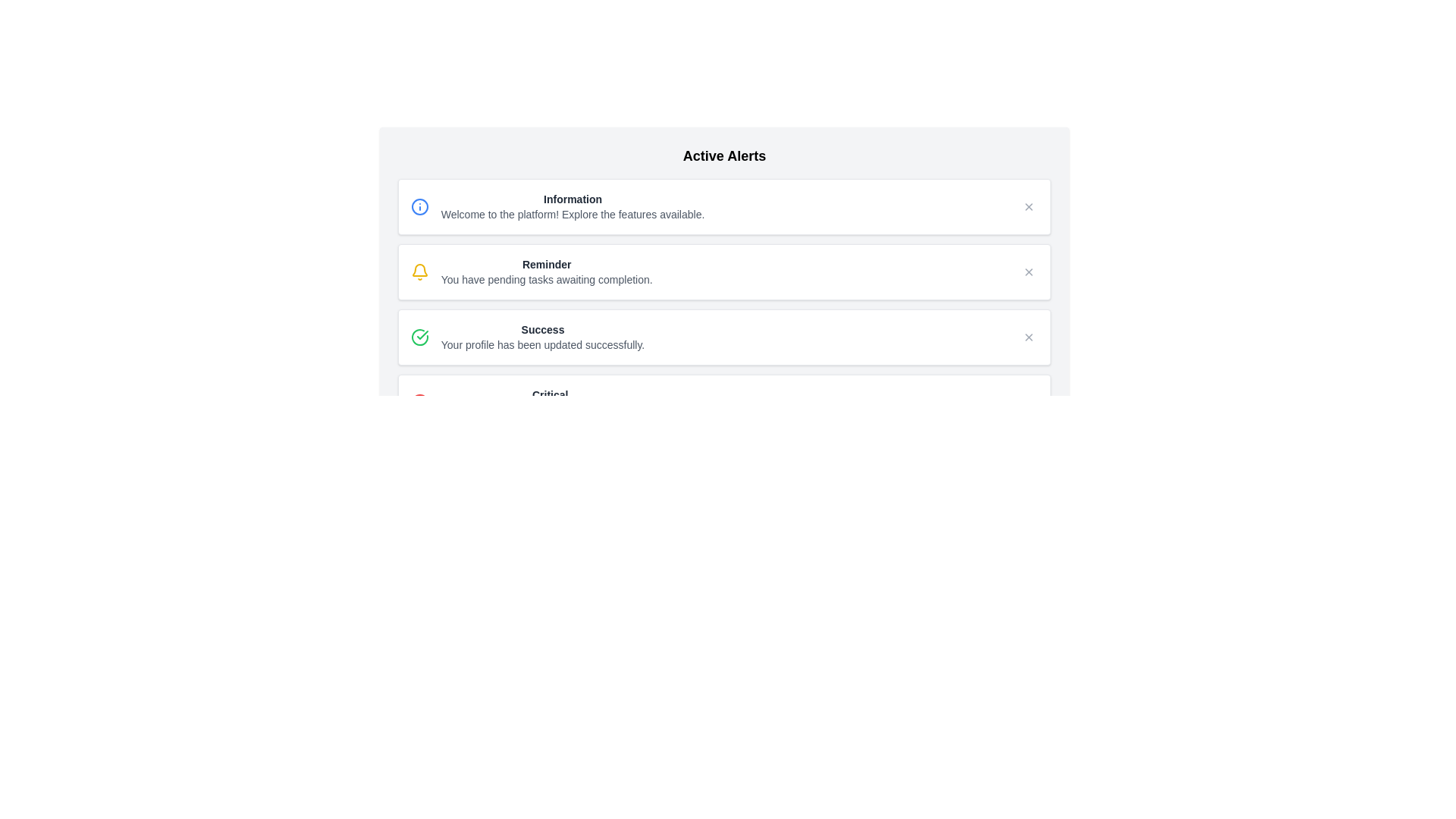 This screenshot has height=819, width=1456. What do you see at coordinates (1029, 207) in the screenshot?
I see `the dismiss button located at the top-right corner of the 'Information' notification card to change the text color` at bounding box center [1029, 207].